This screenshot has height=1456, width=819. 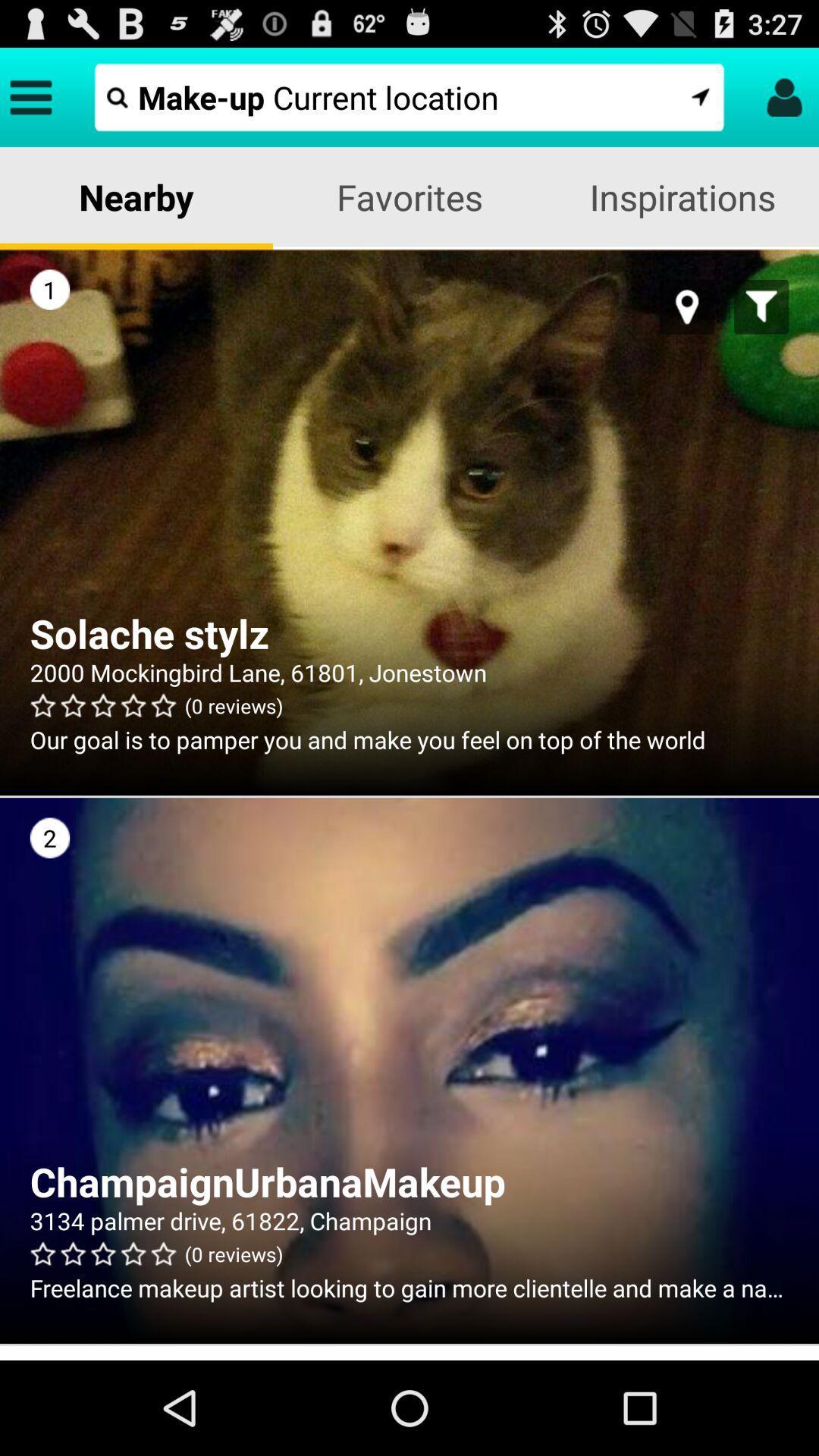 What do you see at coordinates (681, 196) in the screenshot?
I see `inspirations` at bounding box center [681, 196].